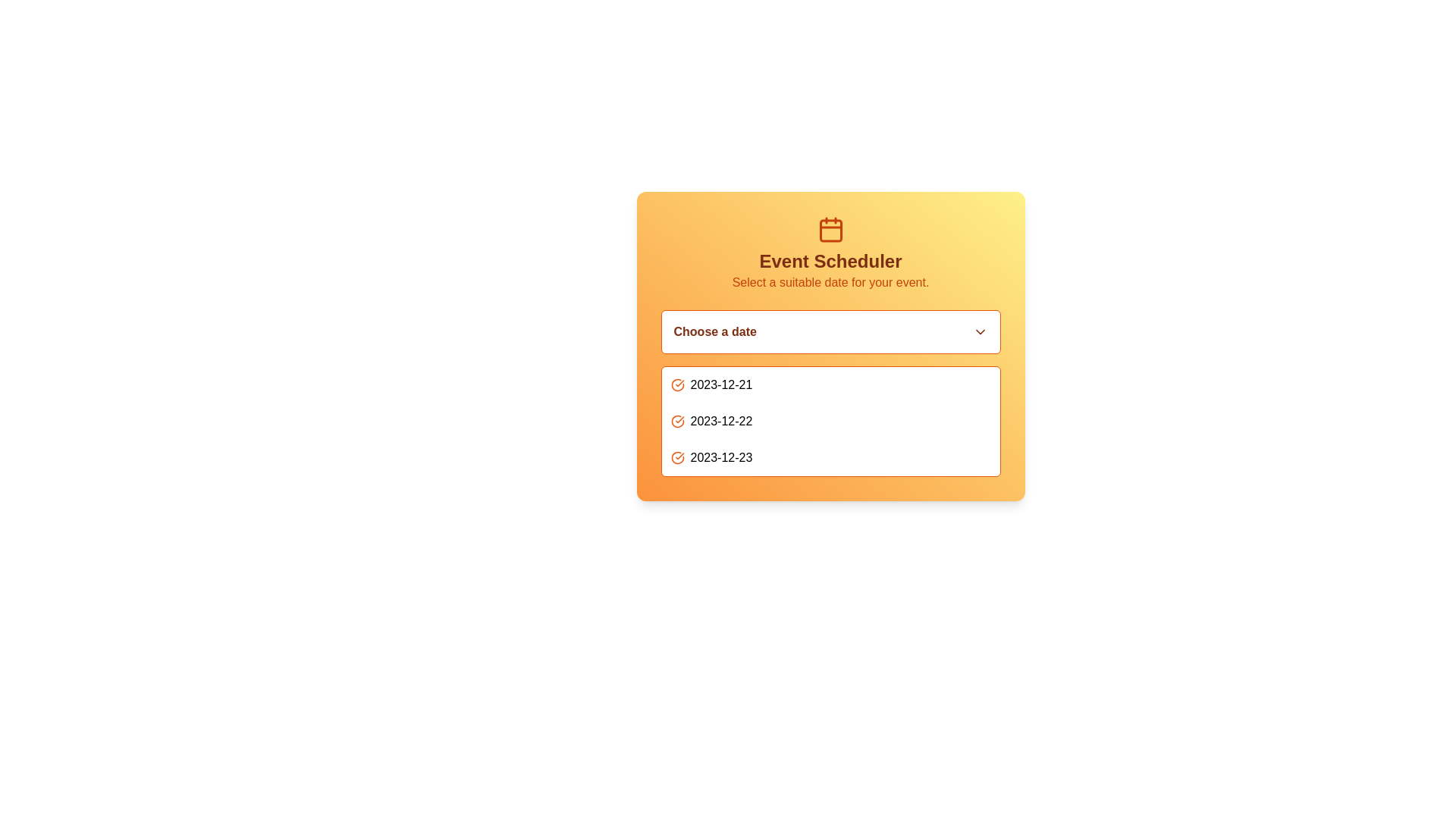  I want to click on the circular icon with an orange outline and checkmark, located to the left of the date '2023-12-21' in the vertical list of dates, so click(676, 384).